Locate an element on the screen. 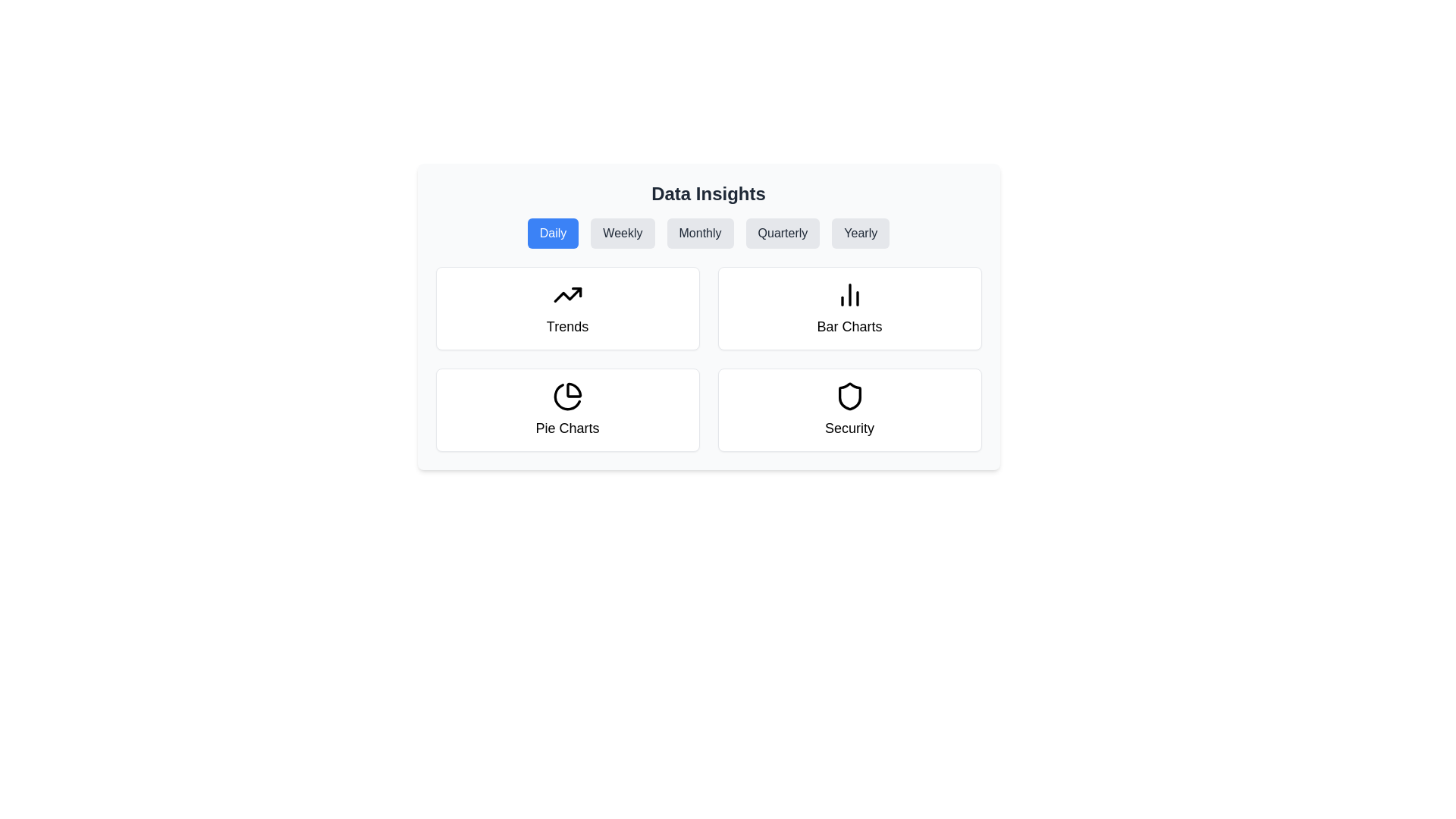 Image resolution: width=1456 pixels, height=819 pixels. the 'Monthly' button, which is the third button in a row of buttons labeled 'Daily', 'Weekly', 'Monthly', 'Quarterly', and 'Yearly'. The button has a light gray background with dark gray text and rounded corners is located at coordinates (699, 234).